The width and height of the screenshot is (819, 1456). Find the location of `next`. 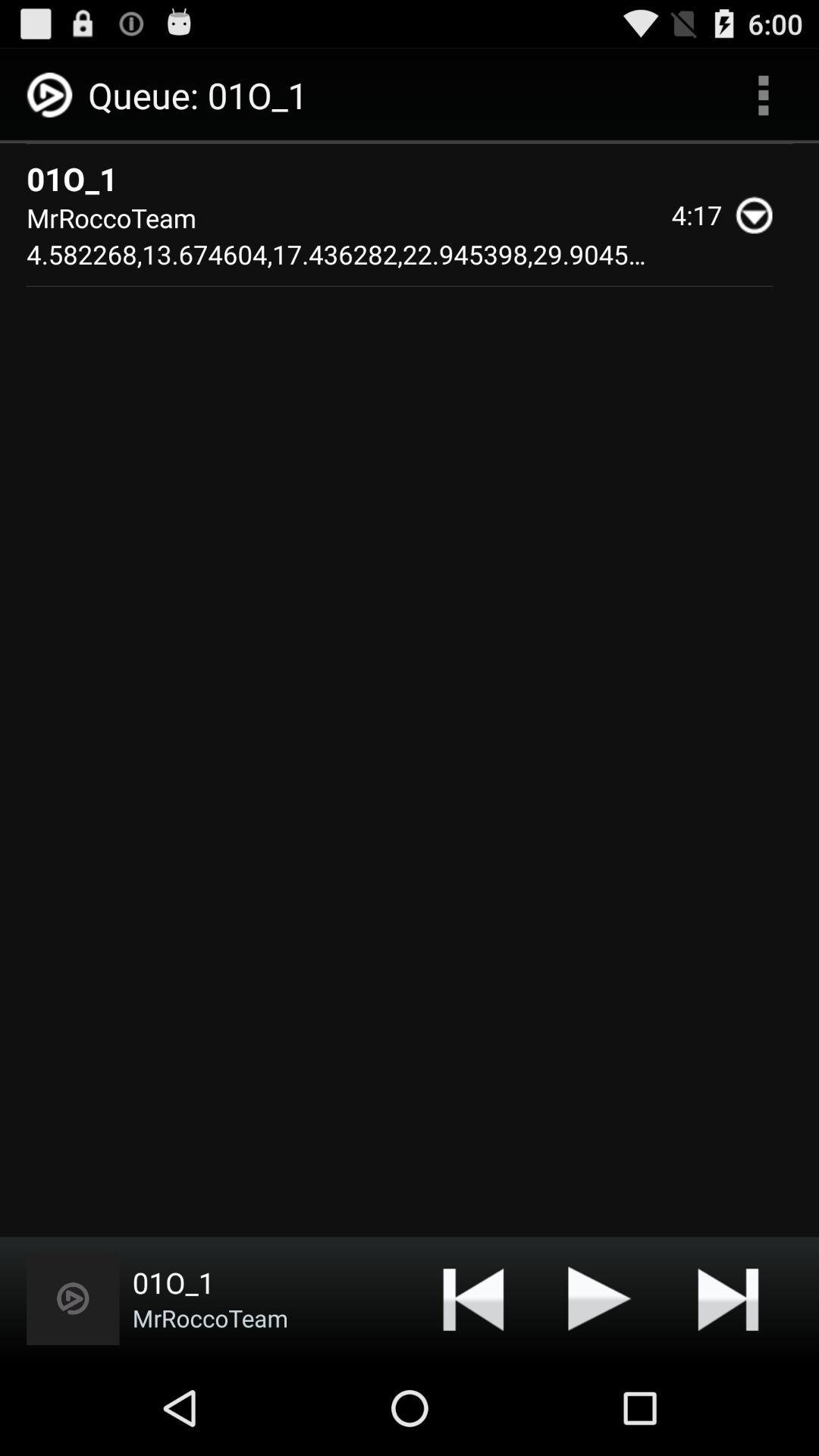

next is located at coordinates (727, 1298).